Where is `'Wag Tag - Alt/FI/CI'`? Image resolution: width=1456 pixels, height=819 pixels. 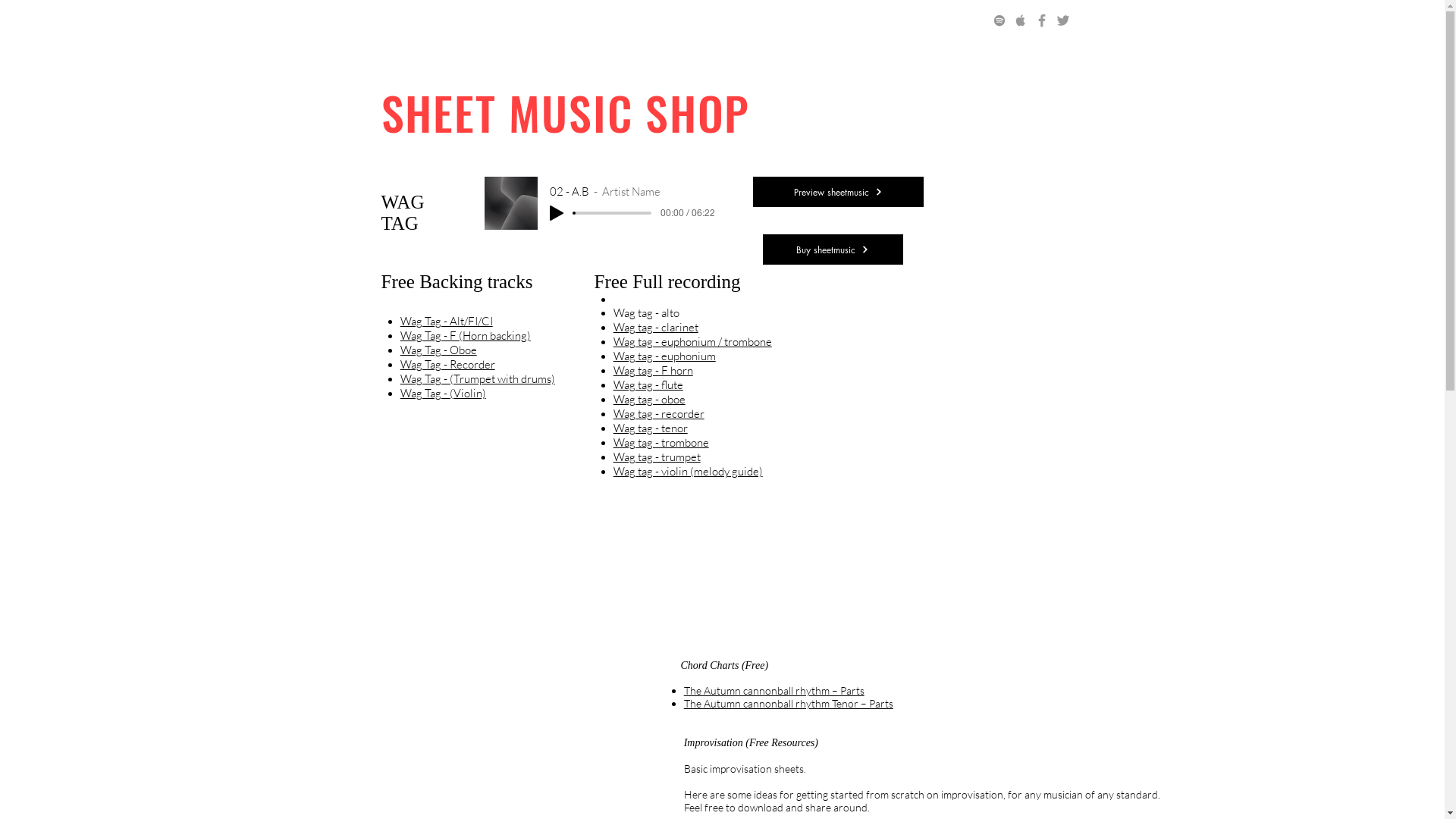
'Wag Tag - Alt/FI/CI' is located at coordinates (400, 320).